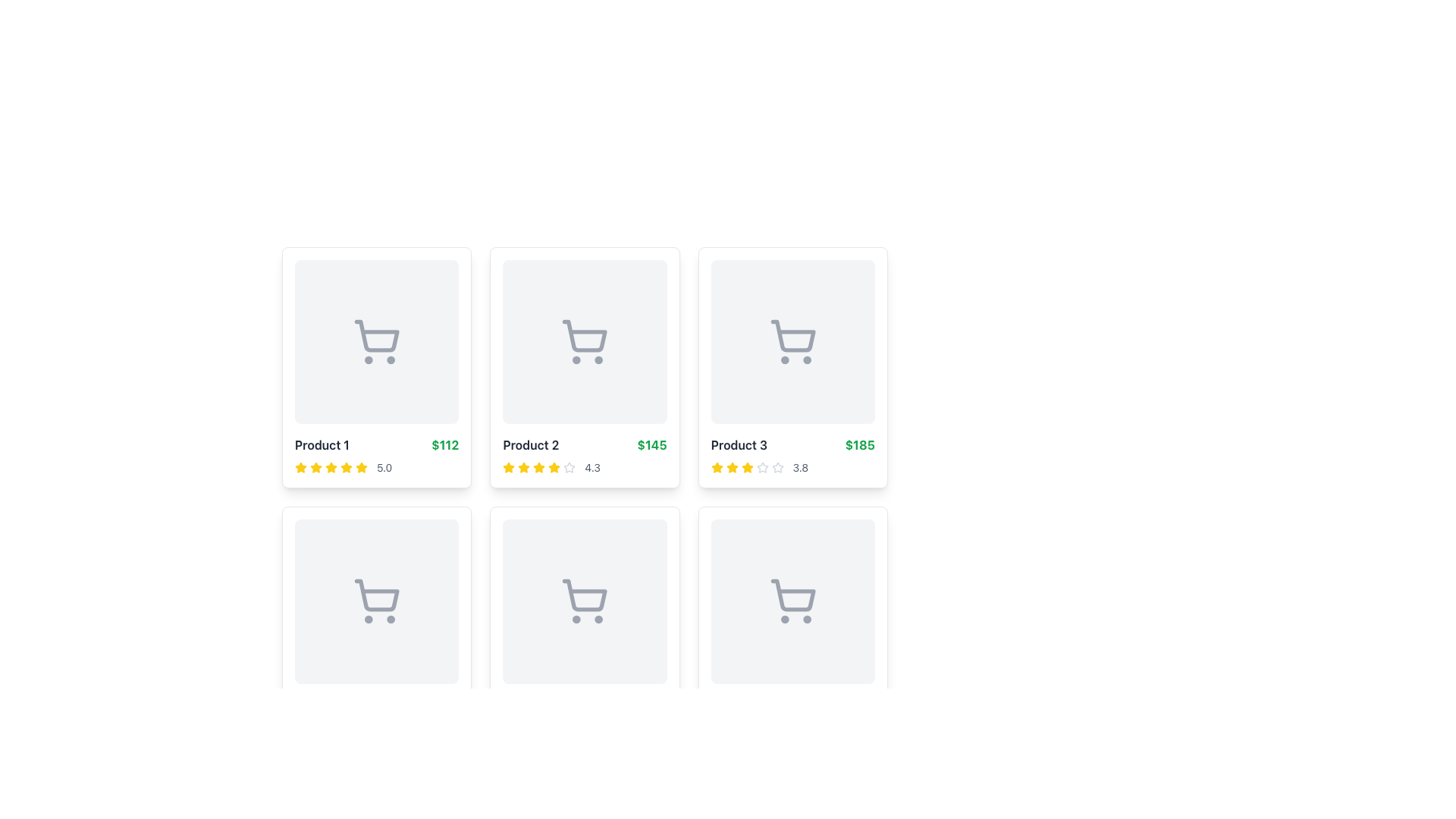  I want to click on the product item card located in the second row, third column of the grid layout, which displays product details like name, price, and ratings, so click(792, 627).